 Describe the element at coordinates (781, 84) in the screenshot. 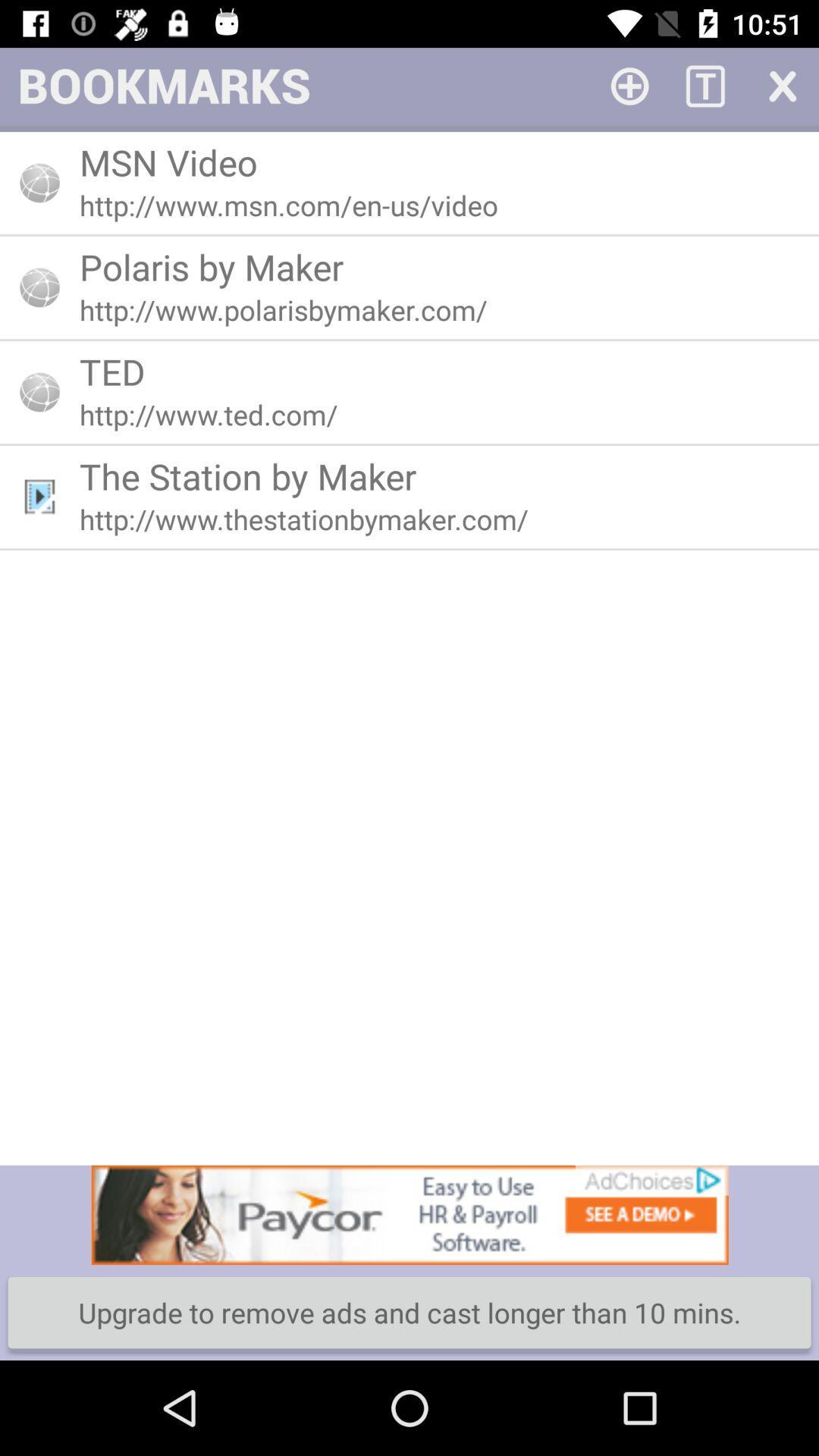

I see `close` at that location.